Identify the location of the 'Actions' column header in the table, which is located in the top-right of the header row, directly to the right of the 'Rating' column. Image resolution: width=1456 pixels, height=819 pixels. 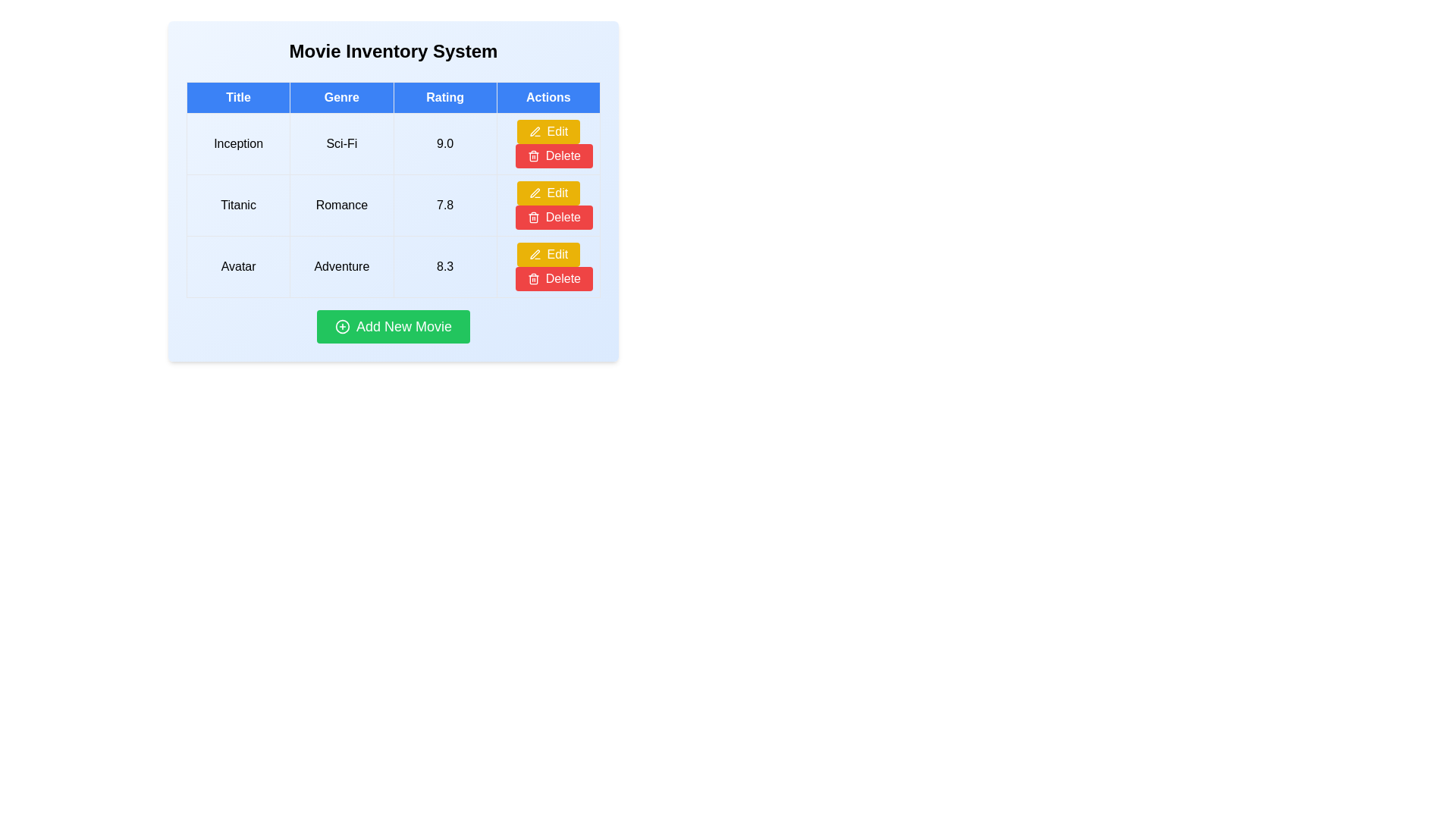
(548, 97).